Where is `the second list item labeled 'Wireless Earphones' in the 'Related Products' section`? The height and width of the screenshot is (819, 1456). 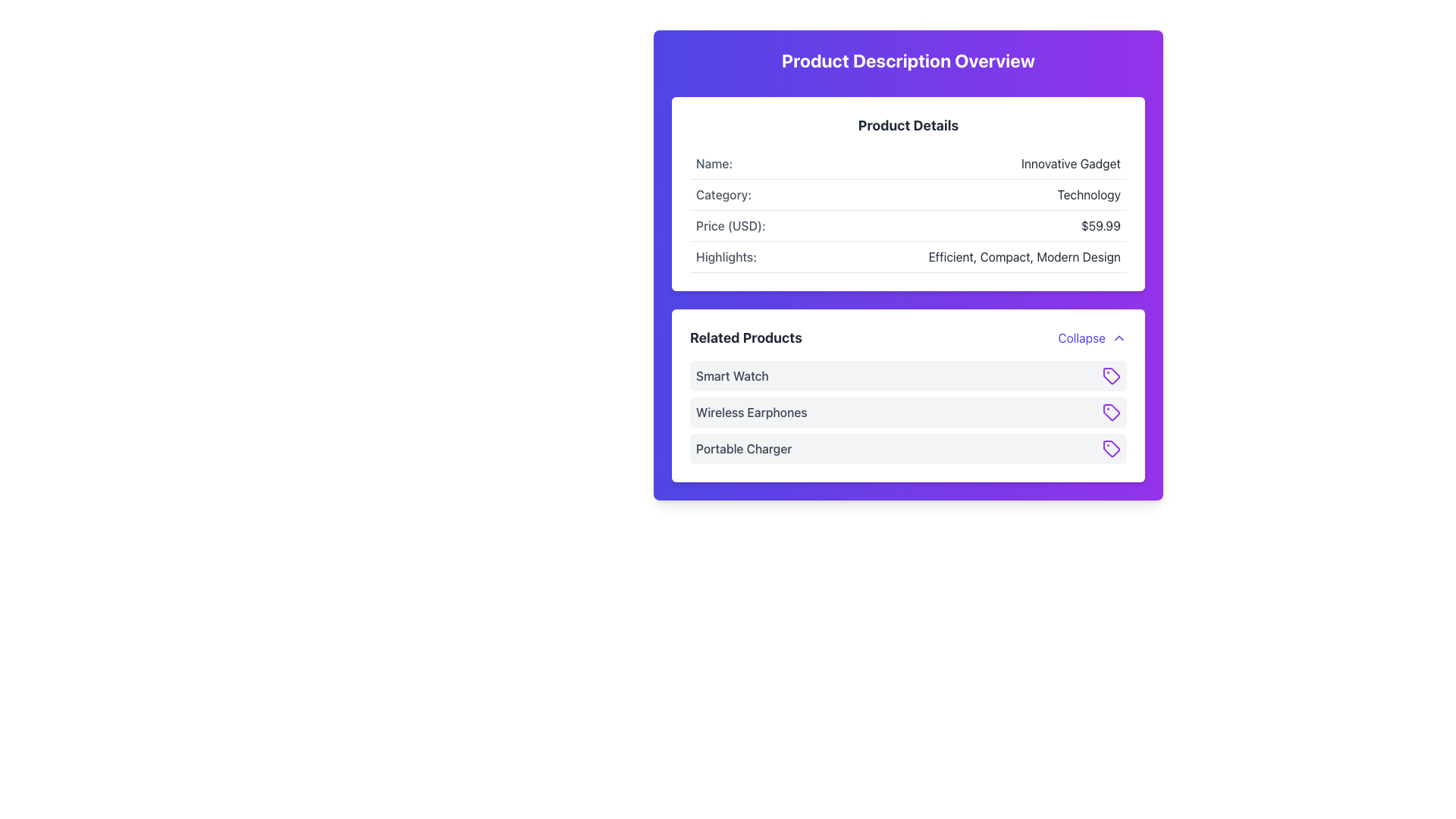 the second list item labeled 'Wireless Earphones' in the 'Related Products' section is located at coordinates (908, 412).